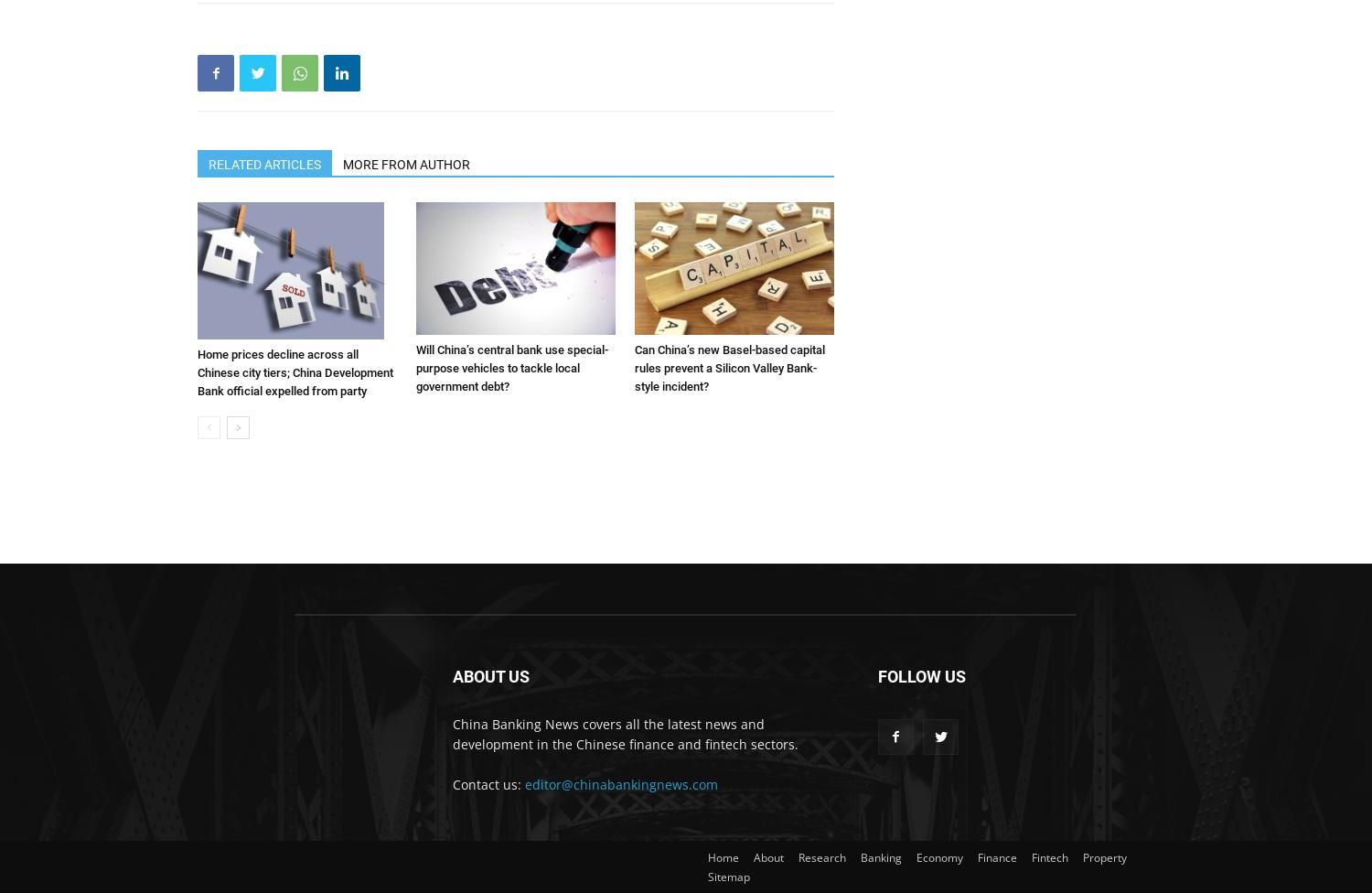 This screenshot has width=1372, height=893. What do you see at coordinates (452, 782) in the screenshot?
I see `'Contact us:'` at bounding box center [452, 782].